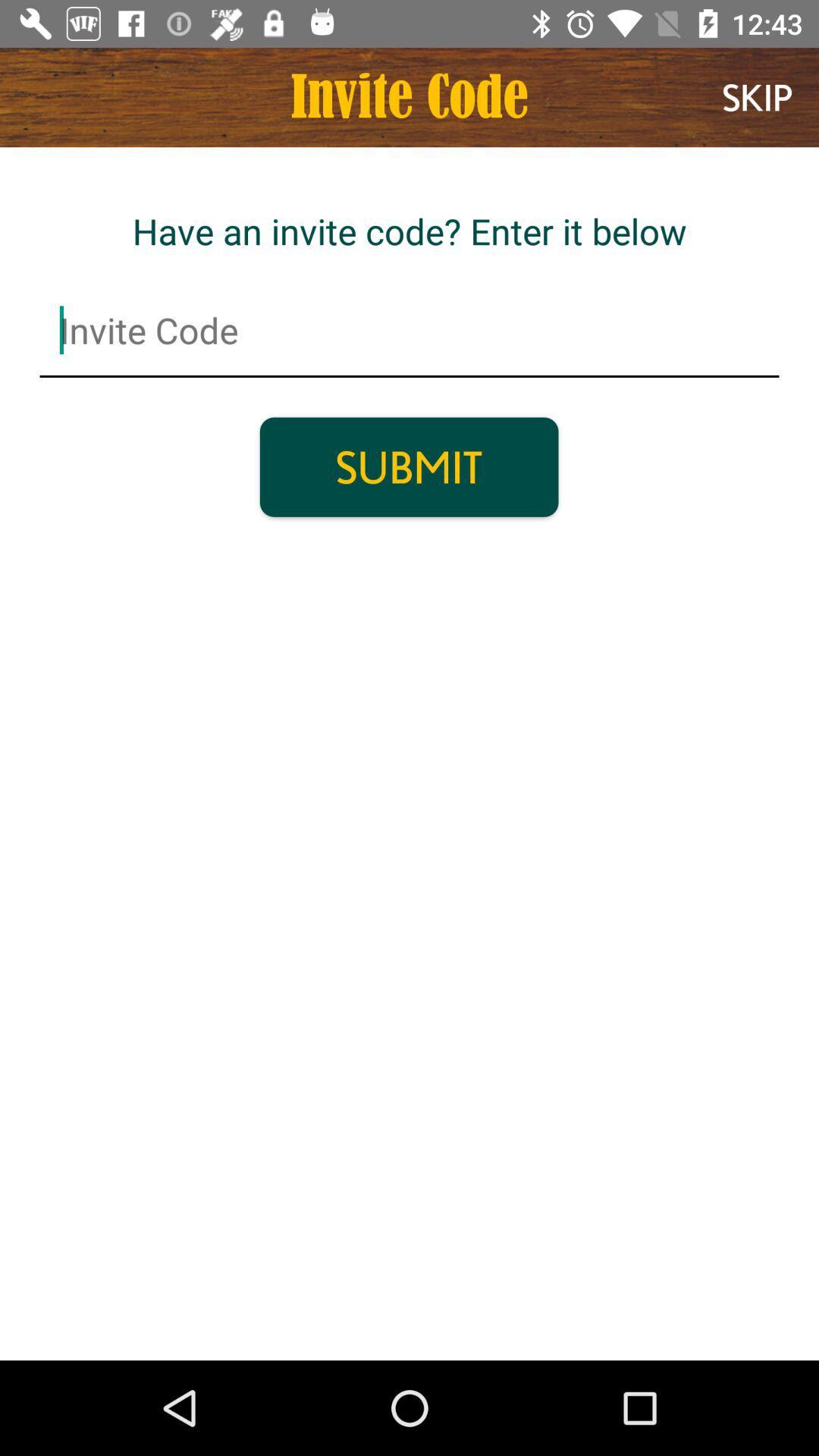 The width and height of the screenshot is (819, 1456). What do you see at coordinates (757, 96) in the screenshot?
I see `the skip item` at bounding box center [757, 96].